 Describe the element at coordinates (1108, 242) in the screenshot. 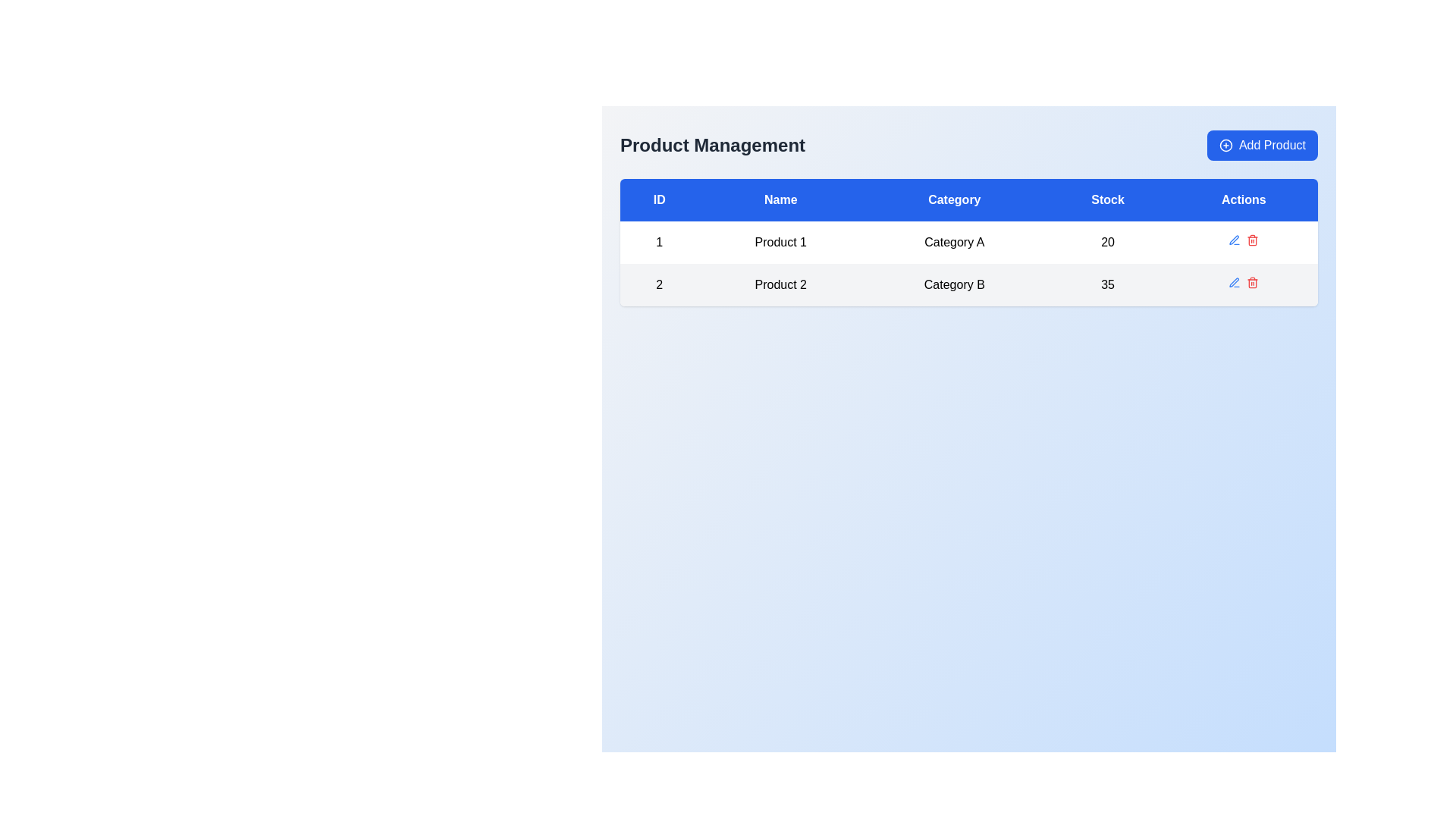

I see `static text value '20' located in the fourth column of the first data row under the 'Stock' header in the table` at that location.